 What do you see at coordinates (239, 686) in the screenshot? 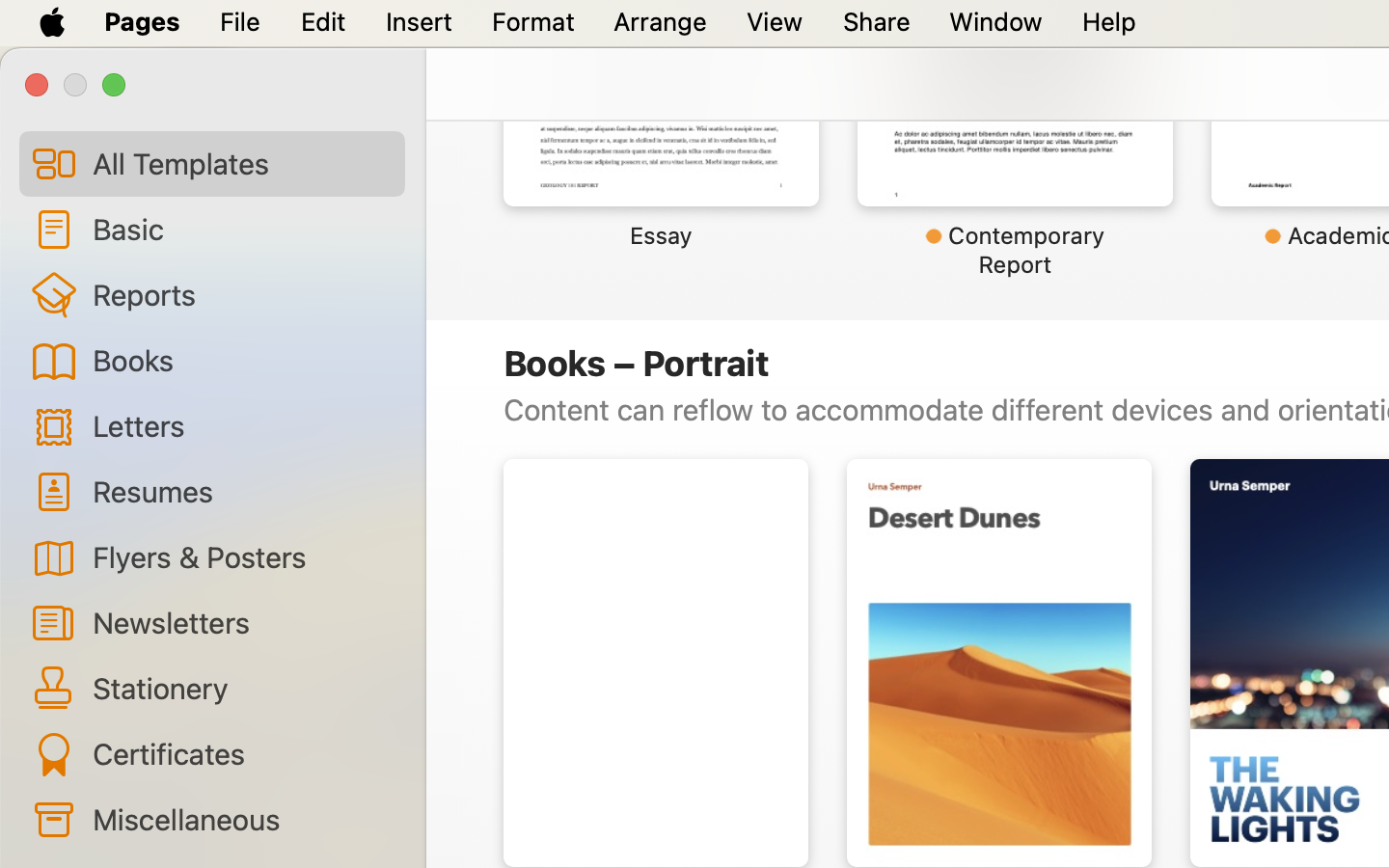
I see `'Stationery'` at bounding box center [239, 686].